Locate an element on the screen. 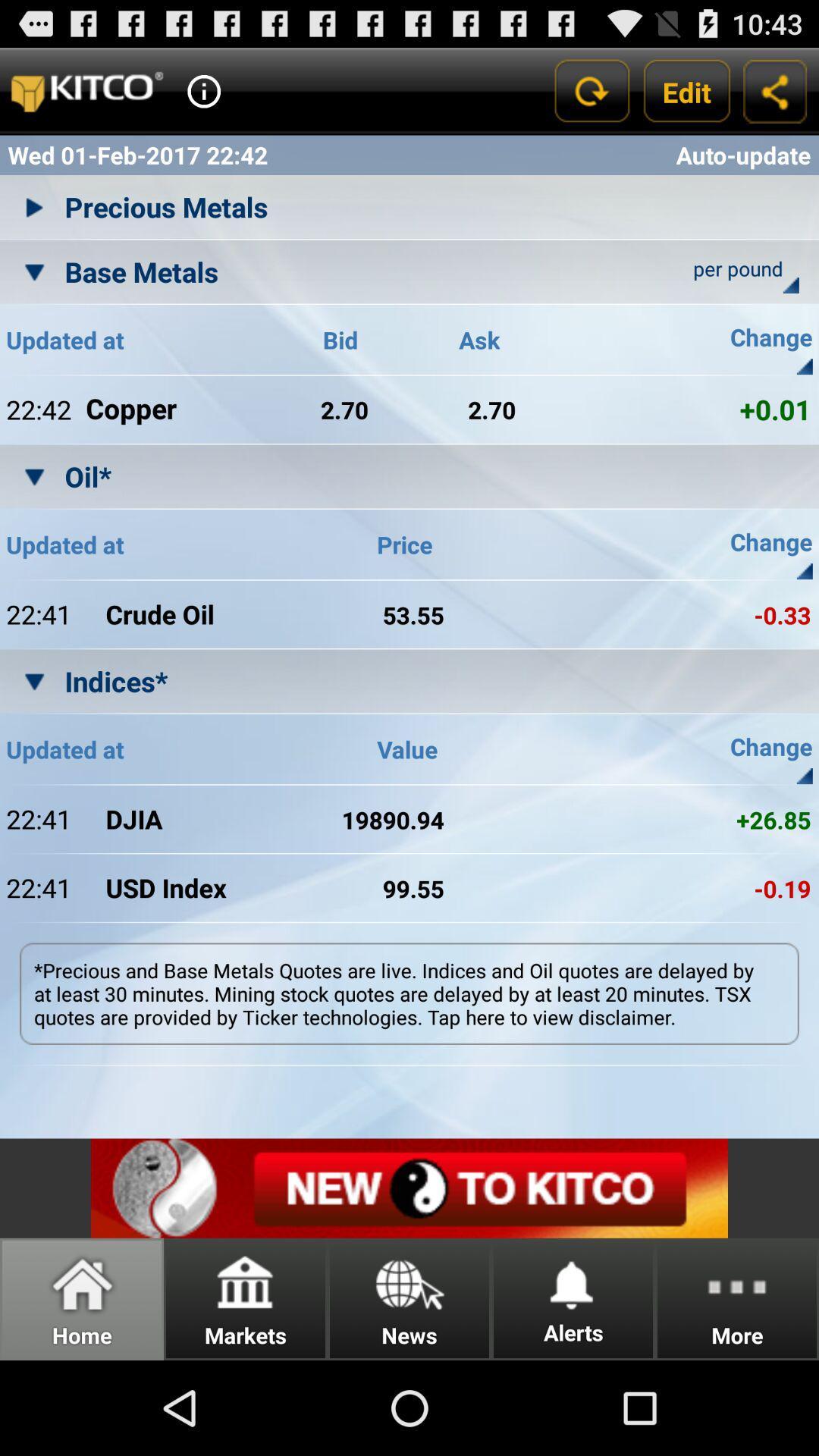  refresh the current results is located at coordinates (590, 90).